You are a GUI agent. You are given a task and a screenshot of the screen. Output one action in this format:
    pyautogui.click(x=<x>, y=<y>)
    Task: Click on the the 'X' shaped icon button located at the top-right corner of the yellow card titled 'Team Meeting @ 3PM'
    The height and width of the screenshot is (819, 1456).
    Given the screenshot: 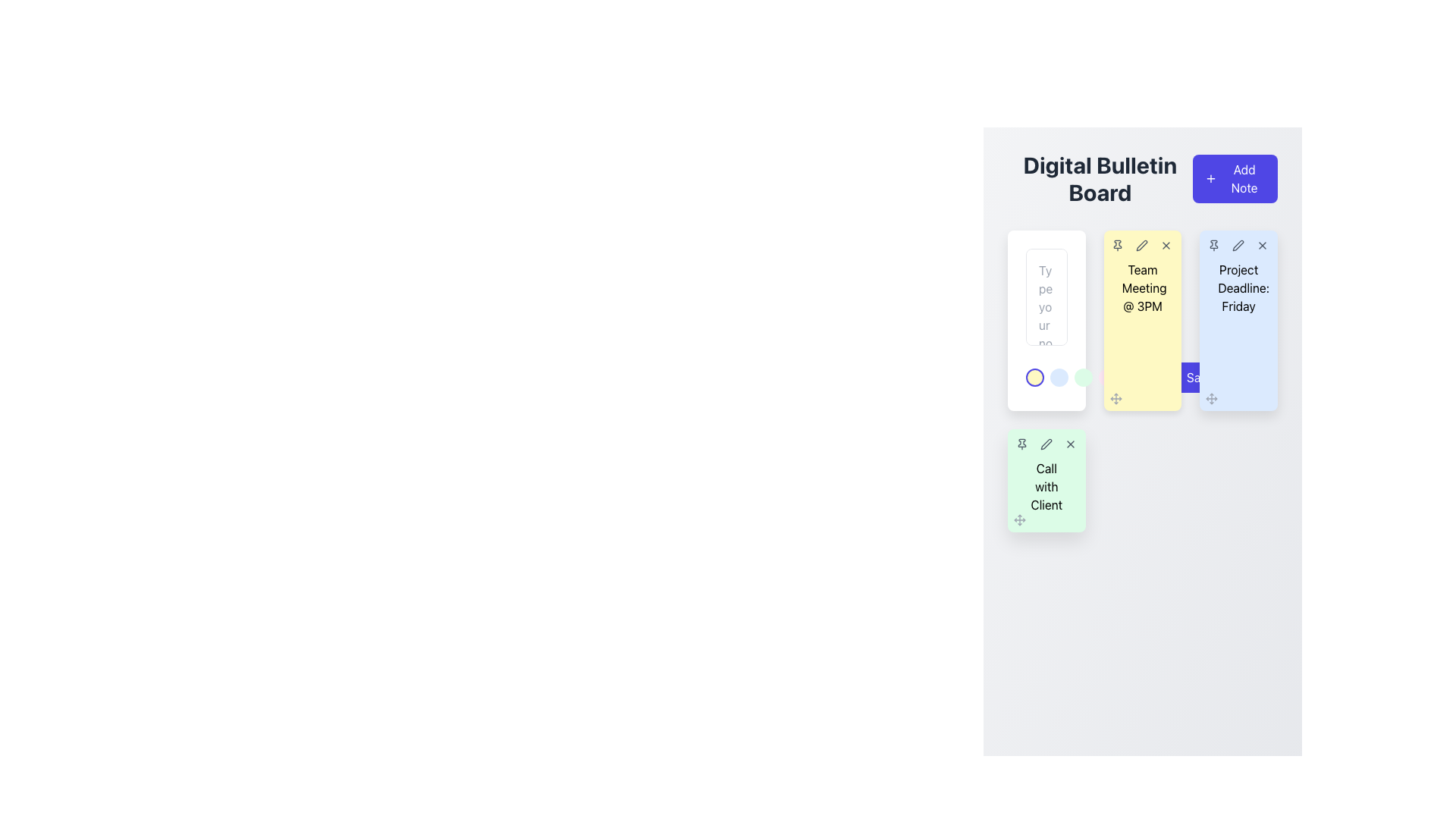 What is the action you would take?
    pyautogui.click(x=1166, y=245)
    